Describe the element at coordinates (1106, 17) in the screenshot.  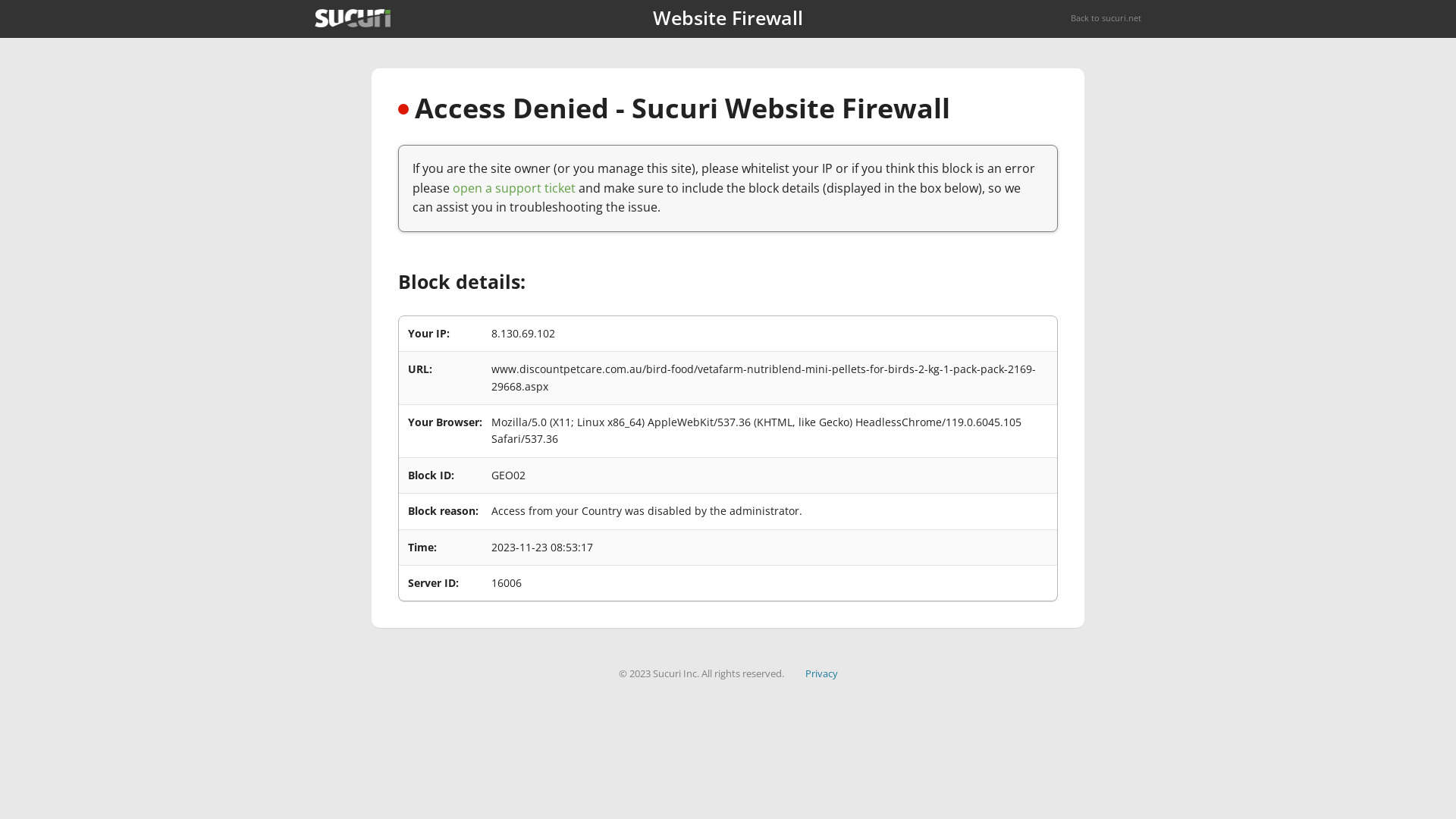
I see `'Back to sucuri.net'` at that location.